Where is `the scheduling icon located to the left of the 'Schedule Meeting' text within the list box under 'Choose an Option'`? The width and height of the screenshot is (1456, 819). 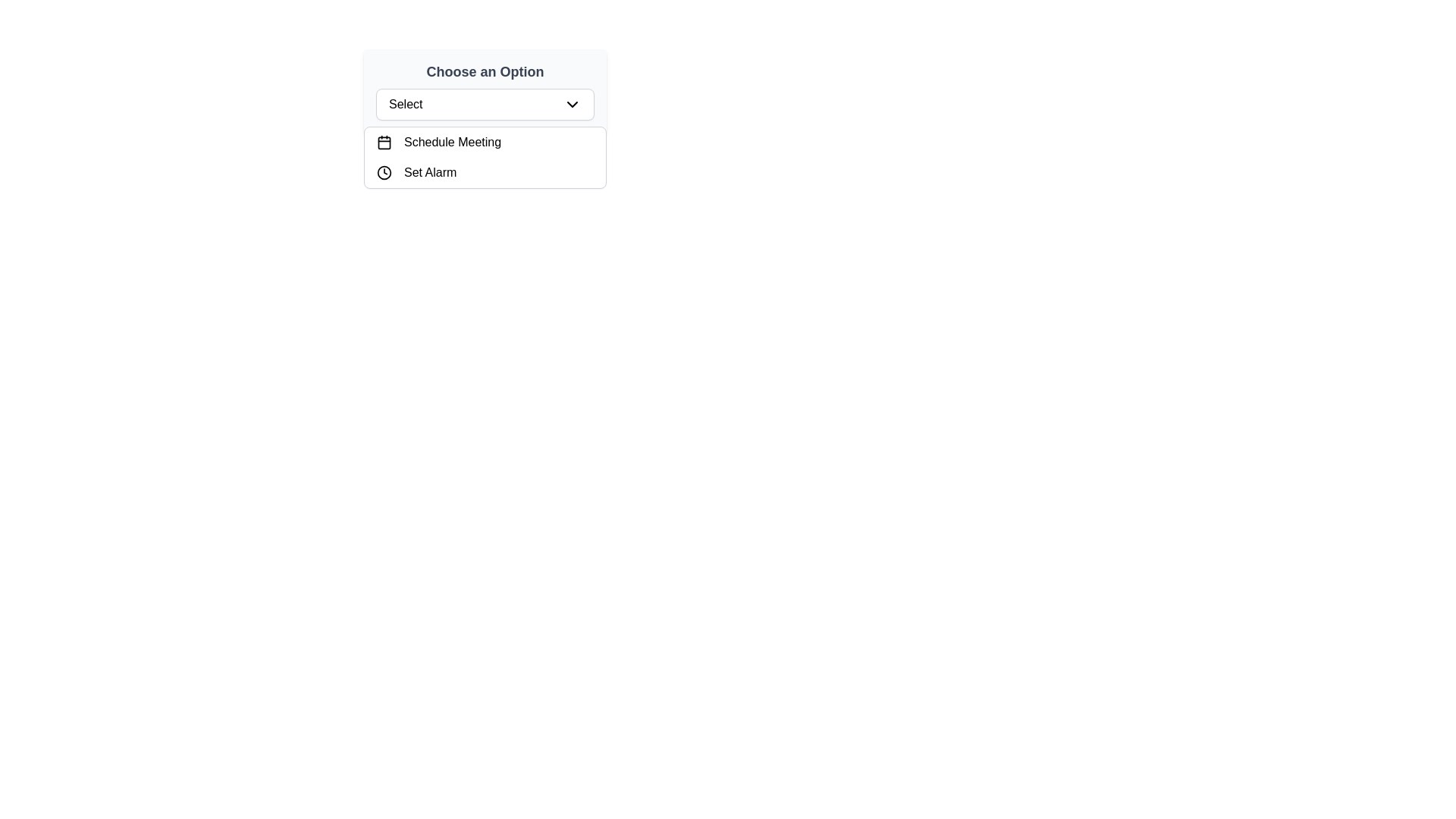
the scheduling icon located to the left of the 'Schedule Meeting' text within the list box under 'Choose an Option' is located at coordinates (384, 143).